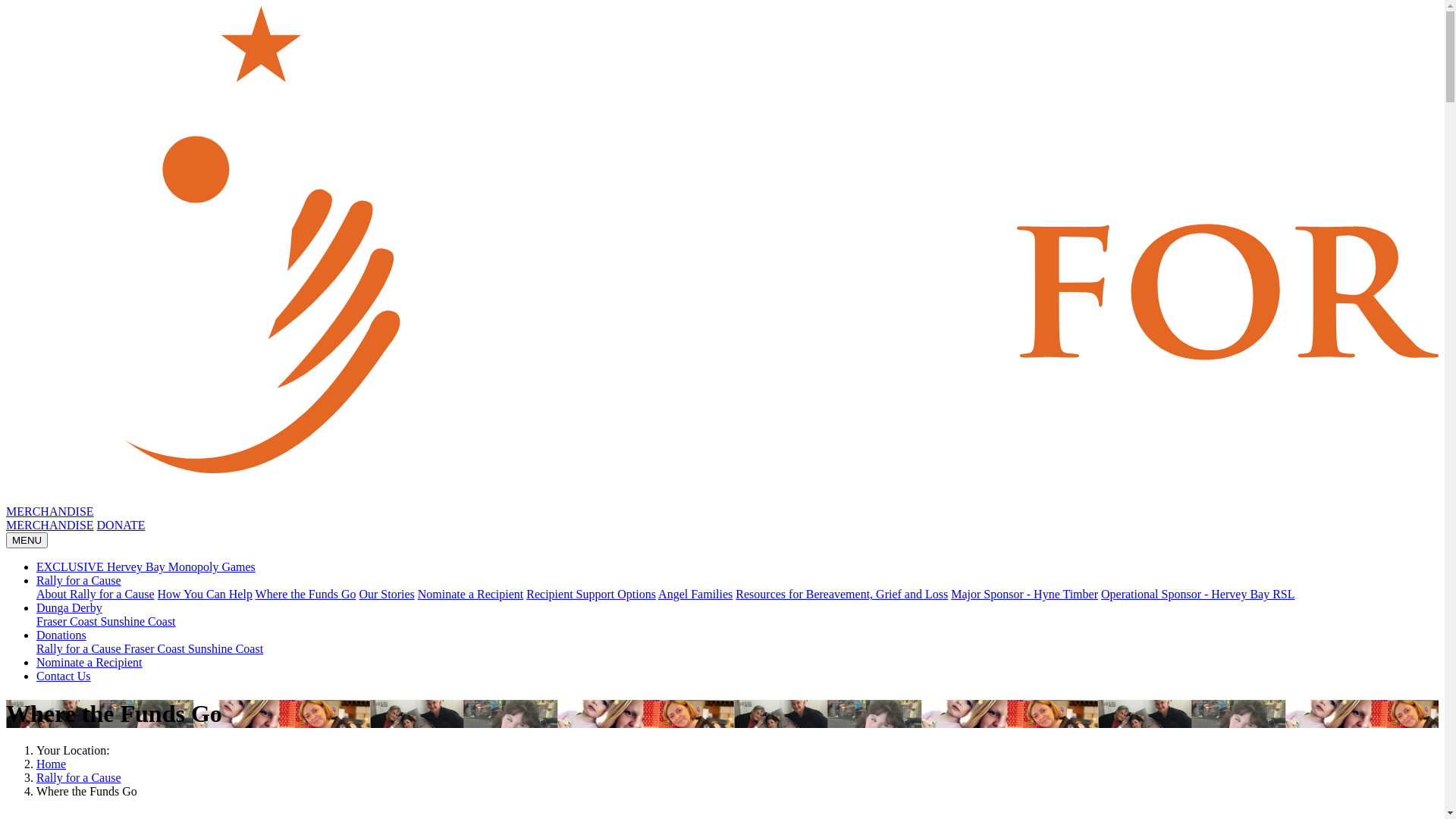 The height and width of the screenshot is (819, 1456). Describe the element at coordinates (156, 648) in the screenshot. I see `'Fraser Coast'` at that location.